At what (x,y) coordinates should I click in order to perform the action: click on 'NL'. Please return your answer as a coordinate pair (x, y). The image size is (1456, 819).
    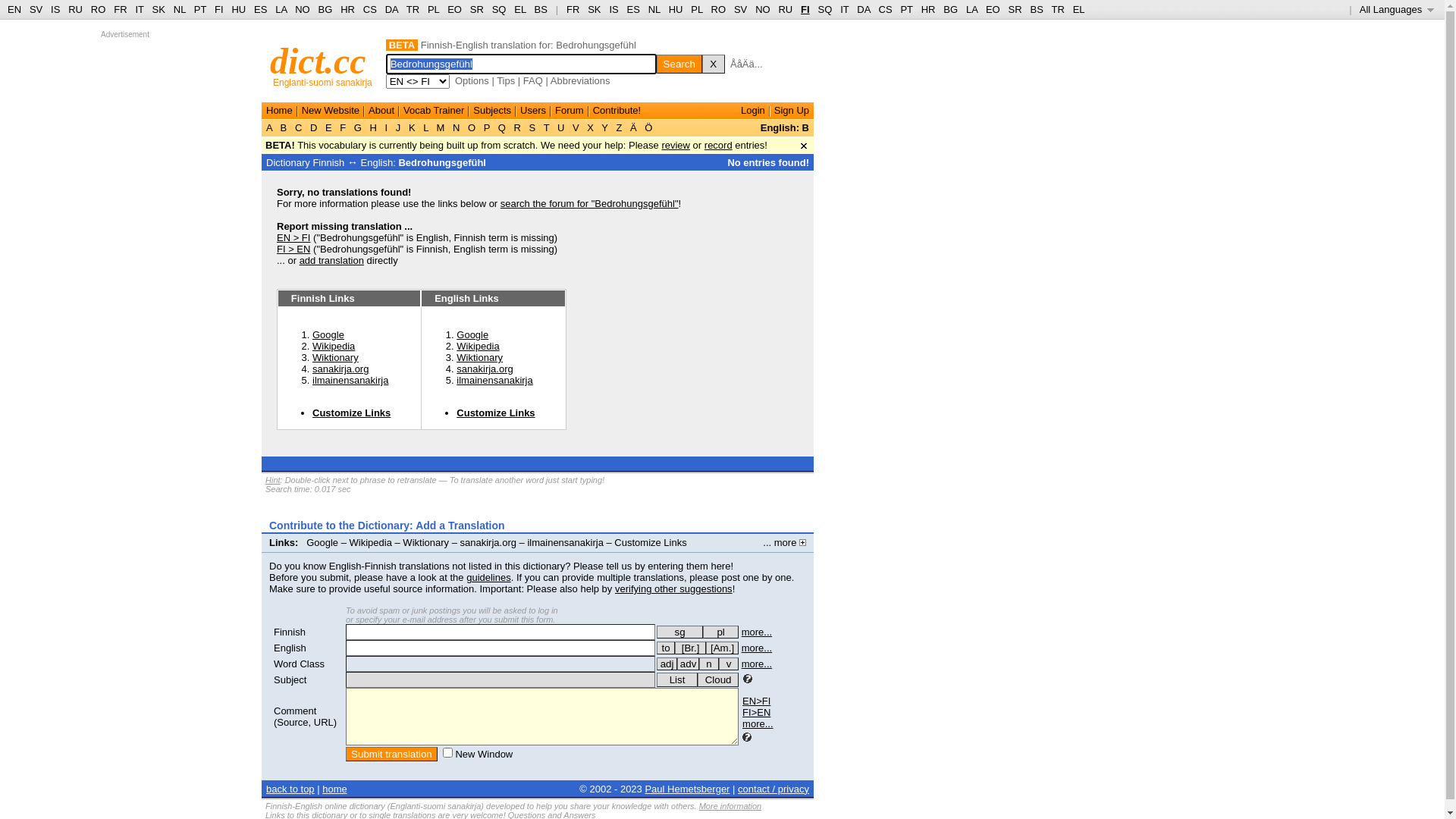
    Looking at the image, I should click on (179, 9).